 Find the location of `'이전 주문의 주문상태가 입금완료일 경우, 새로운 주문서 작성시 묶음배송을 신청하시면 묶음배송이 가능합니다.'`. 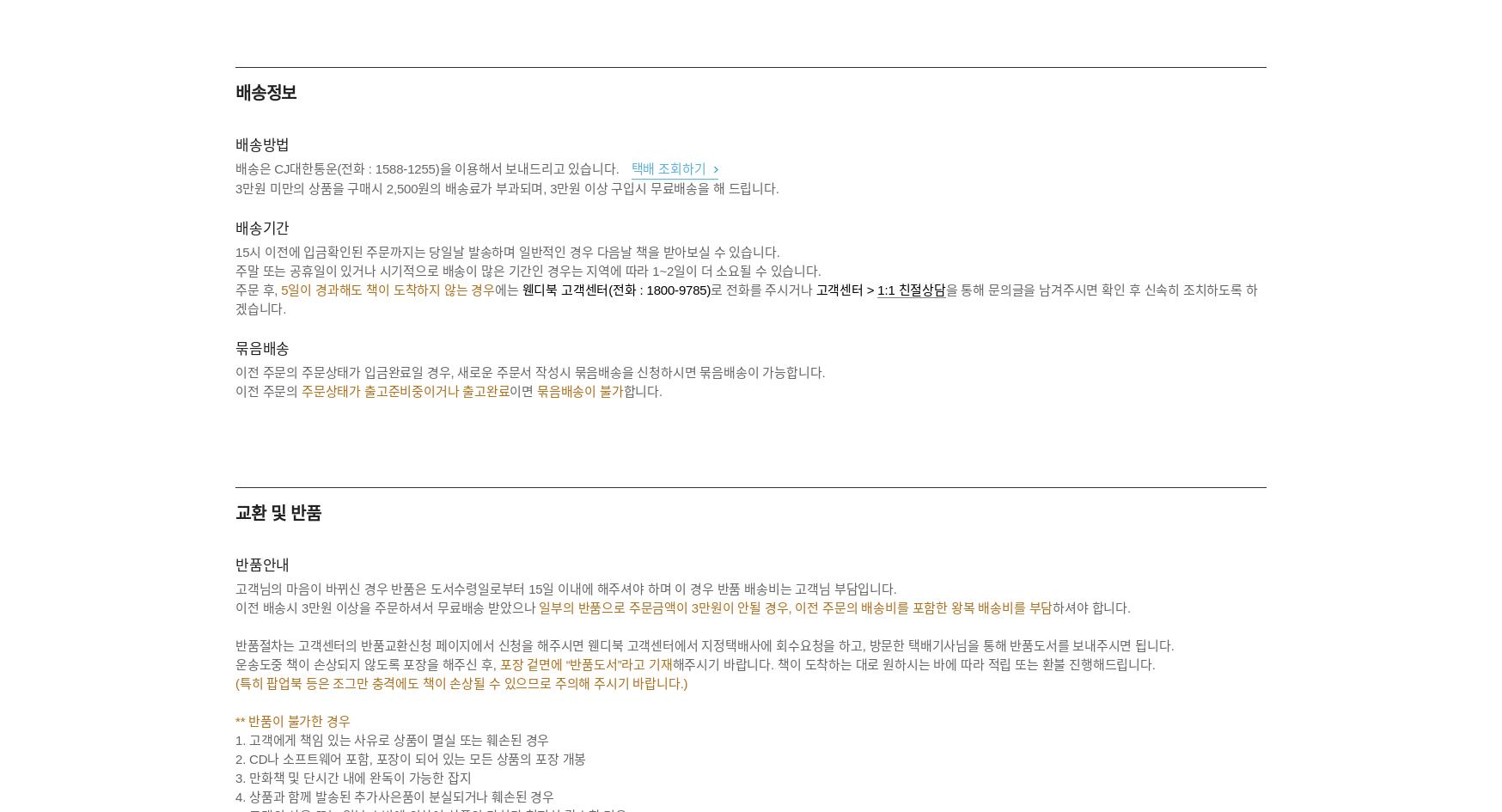

'이전 주문의 주문상태가 입금완료일 경우, 새로운 주문서 작성시 묶음배송을 신청하시면 묶음배송이 가능합니다.' is located at coordinates (529, 372).